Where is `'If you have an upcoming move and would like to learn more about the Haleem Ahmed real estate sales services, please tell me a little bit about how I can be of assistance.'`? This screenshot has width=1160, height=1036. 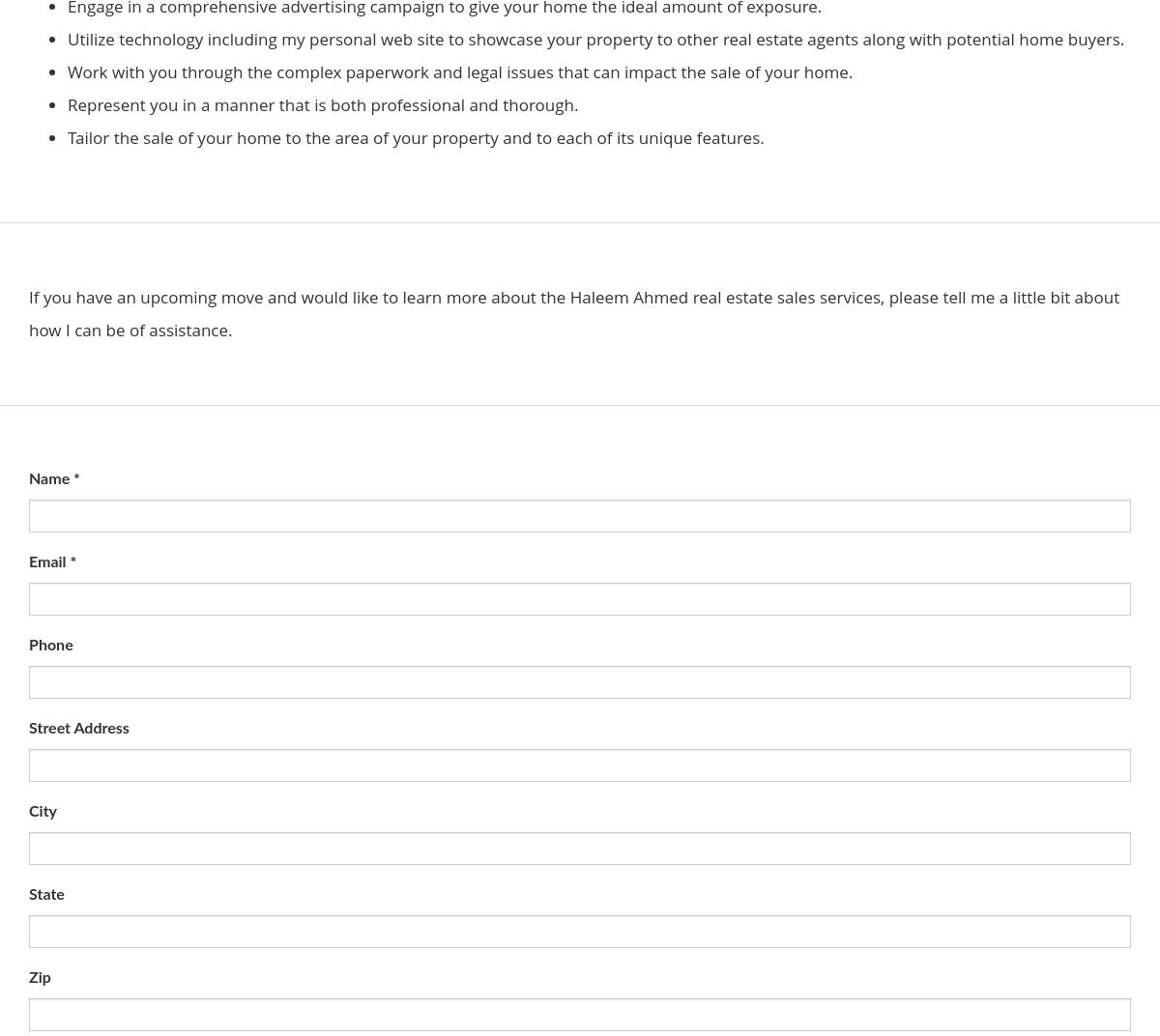
'If you have an upcoming move and would like to learn more about the Haleem Ahmed real estate sales services, please tell me a little bit about how I can be of assistance.' is located at coordinates (29, 312).